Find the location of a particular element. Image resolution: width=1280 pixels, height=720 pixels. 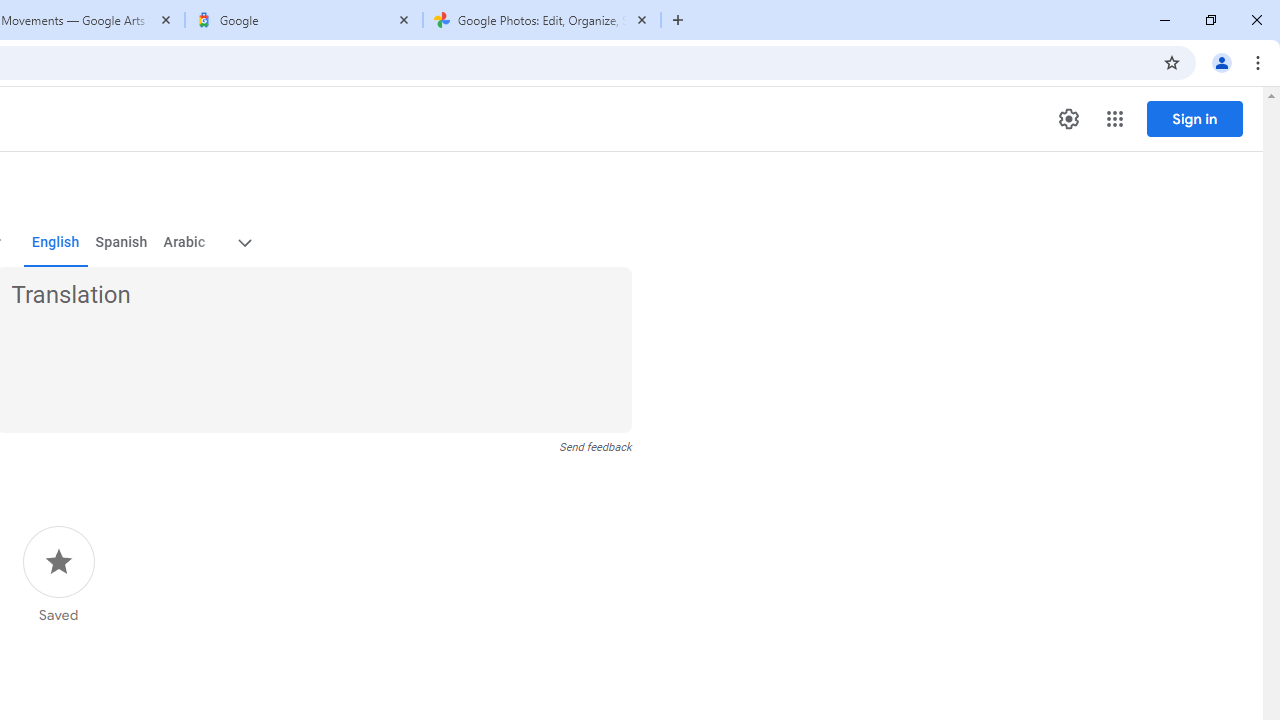

'Settings' is located at coordinates (1067, 119).